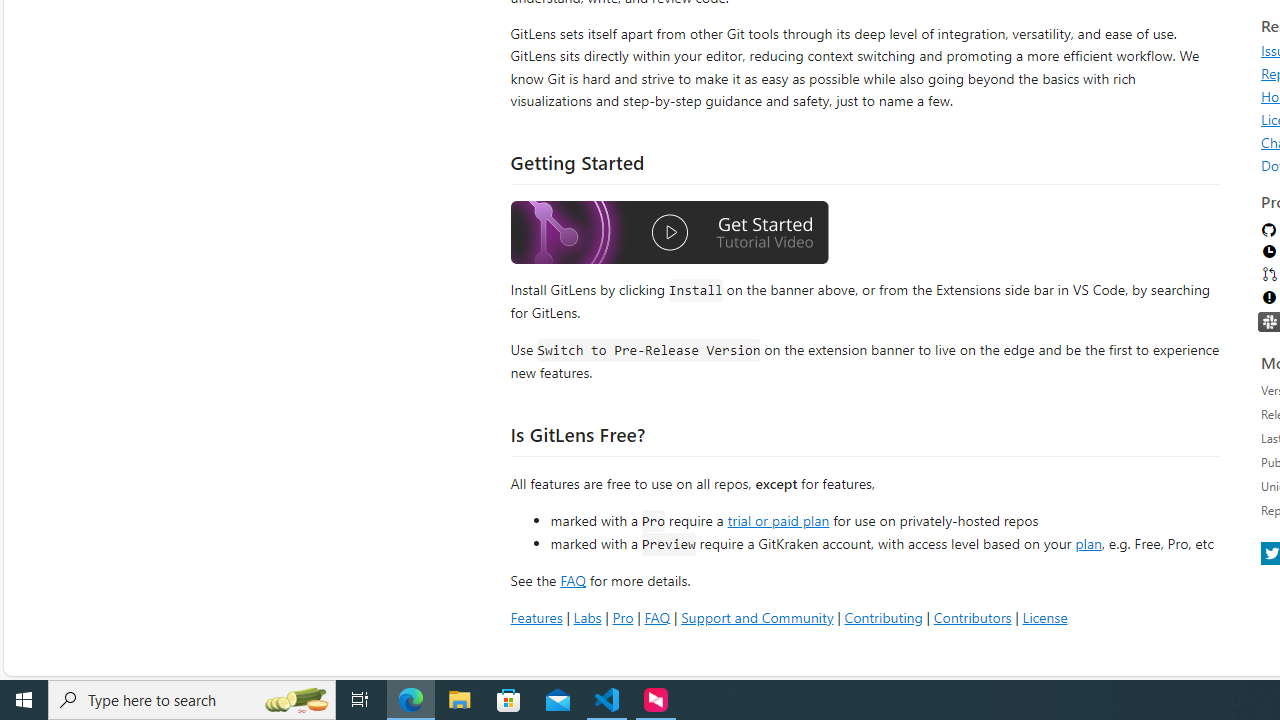 This screenshot has height=720, width=1280. What do you see at coordinates (756, 616) in the screenshot?
I see `'Support and Community'` at bounding box center [756, 616].